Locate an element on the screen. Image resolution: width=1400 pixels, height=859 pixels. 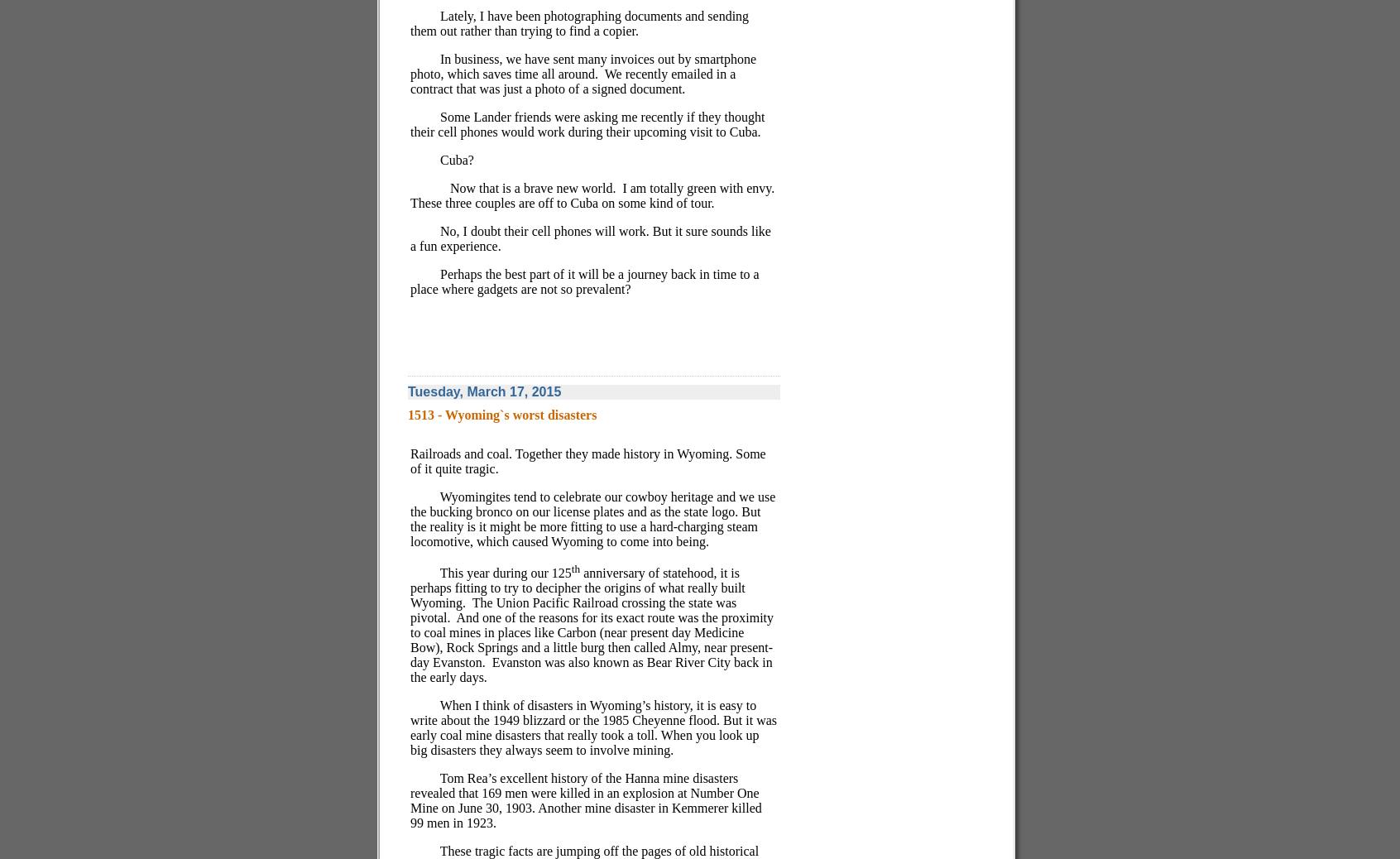
'Evanston was also
known as Bear River City back in the early days.' is located at coordinates (590, 669).